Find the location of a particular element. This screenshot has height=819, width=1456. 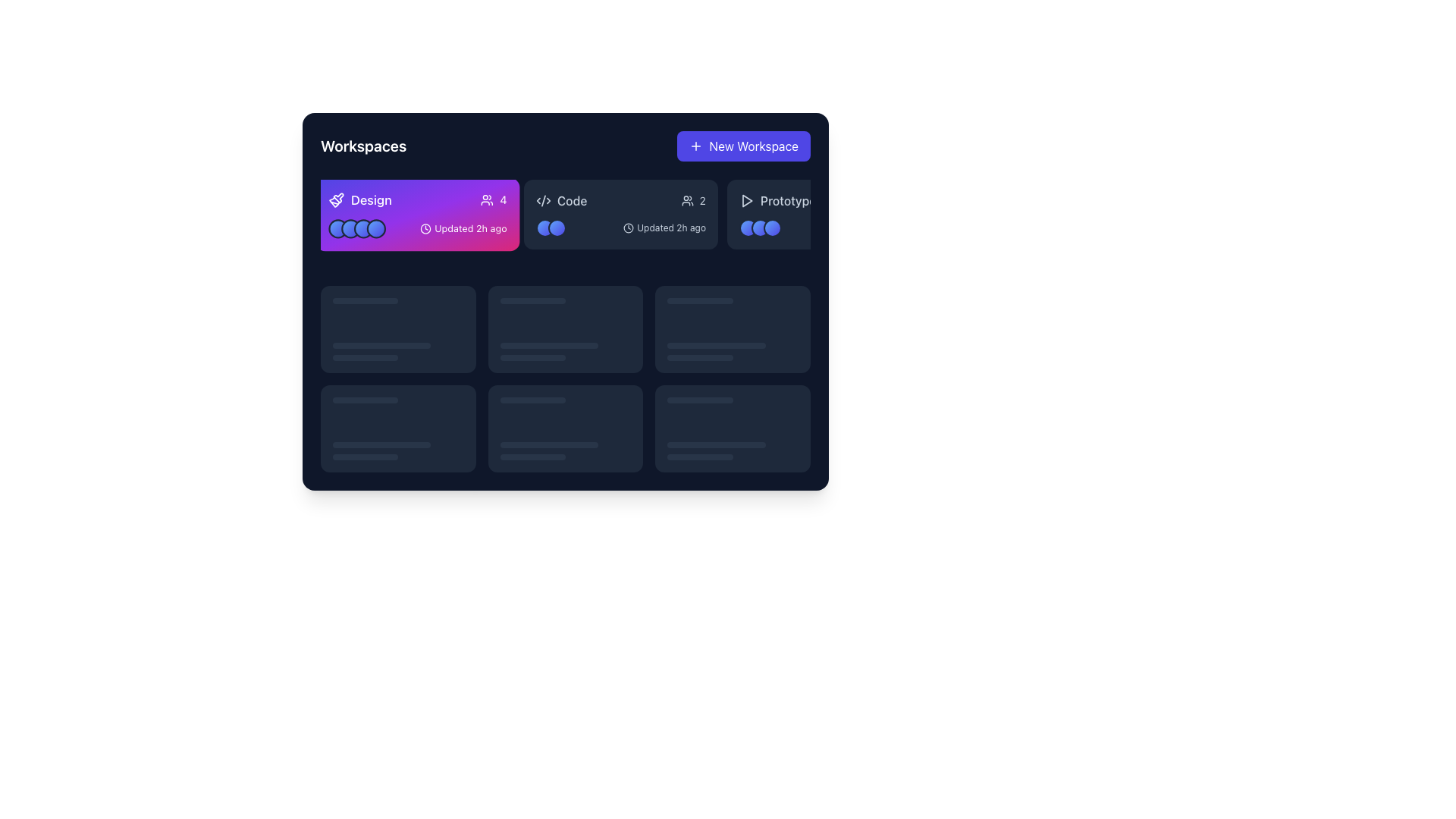

the circular outline within the clock icon located in the 'Code' card of the 'Workspaces' panel is located at coordinates (629, 227).